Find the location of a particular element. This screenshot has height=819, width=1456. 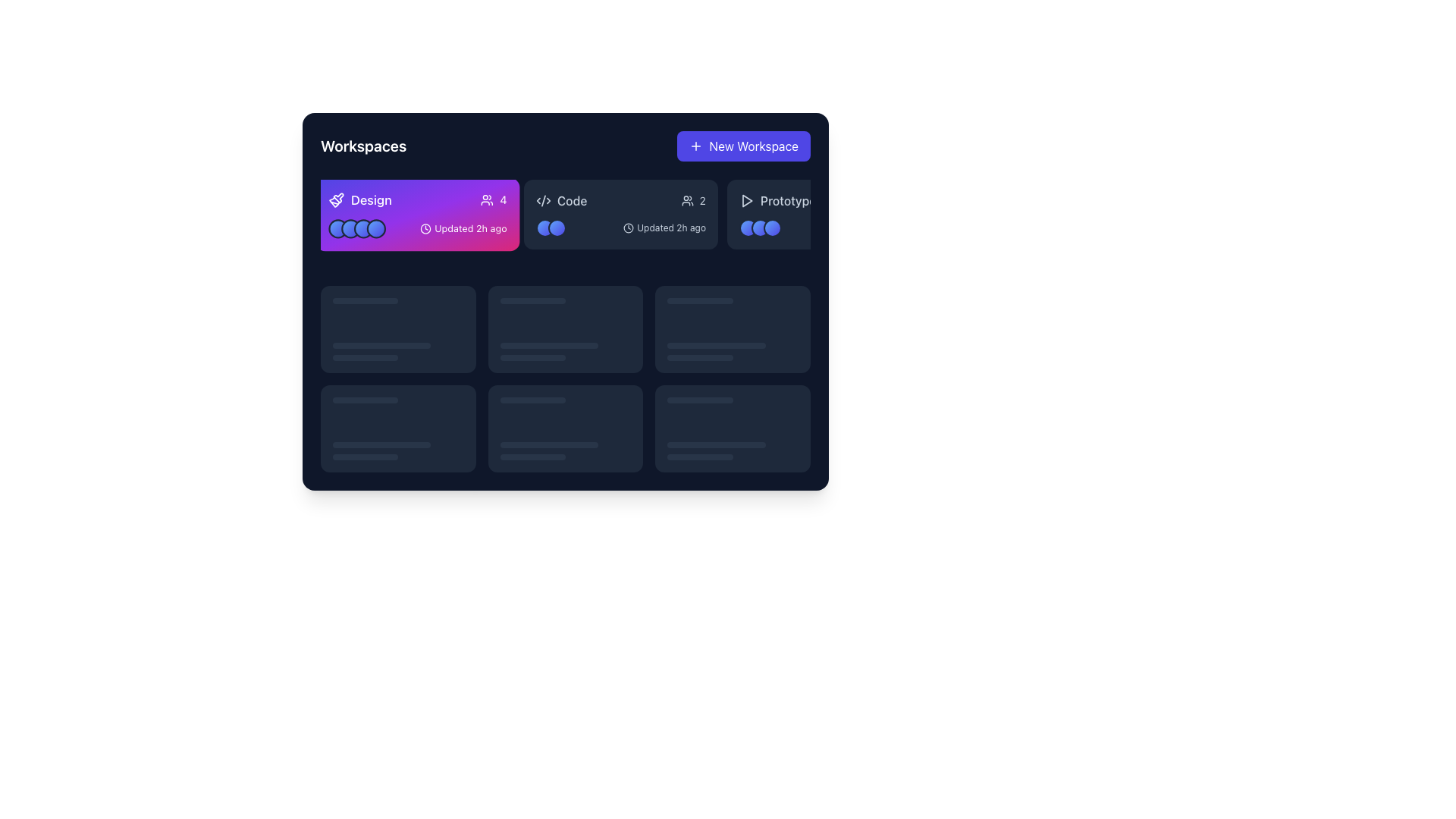

the circular outline within the clock icon located in the 'Code' card of the 'Workspaces' panel is located at coordinates (629, 227).